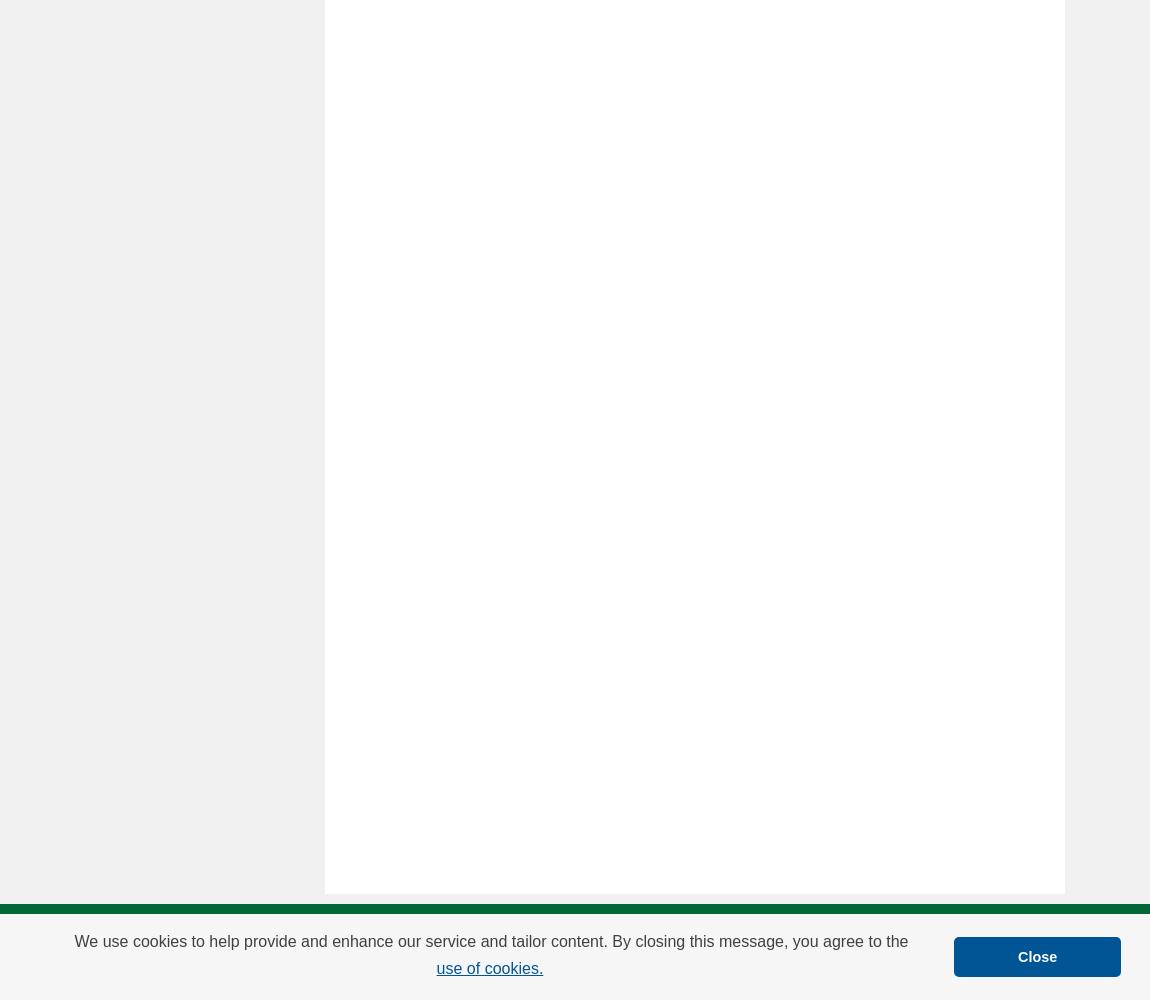 This screenshot has width=1150, height=1000. What do you see at coordinates (674, 939) in the screenshot?
I see `'Ask Us'` at bounding box center [674, 939].